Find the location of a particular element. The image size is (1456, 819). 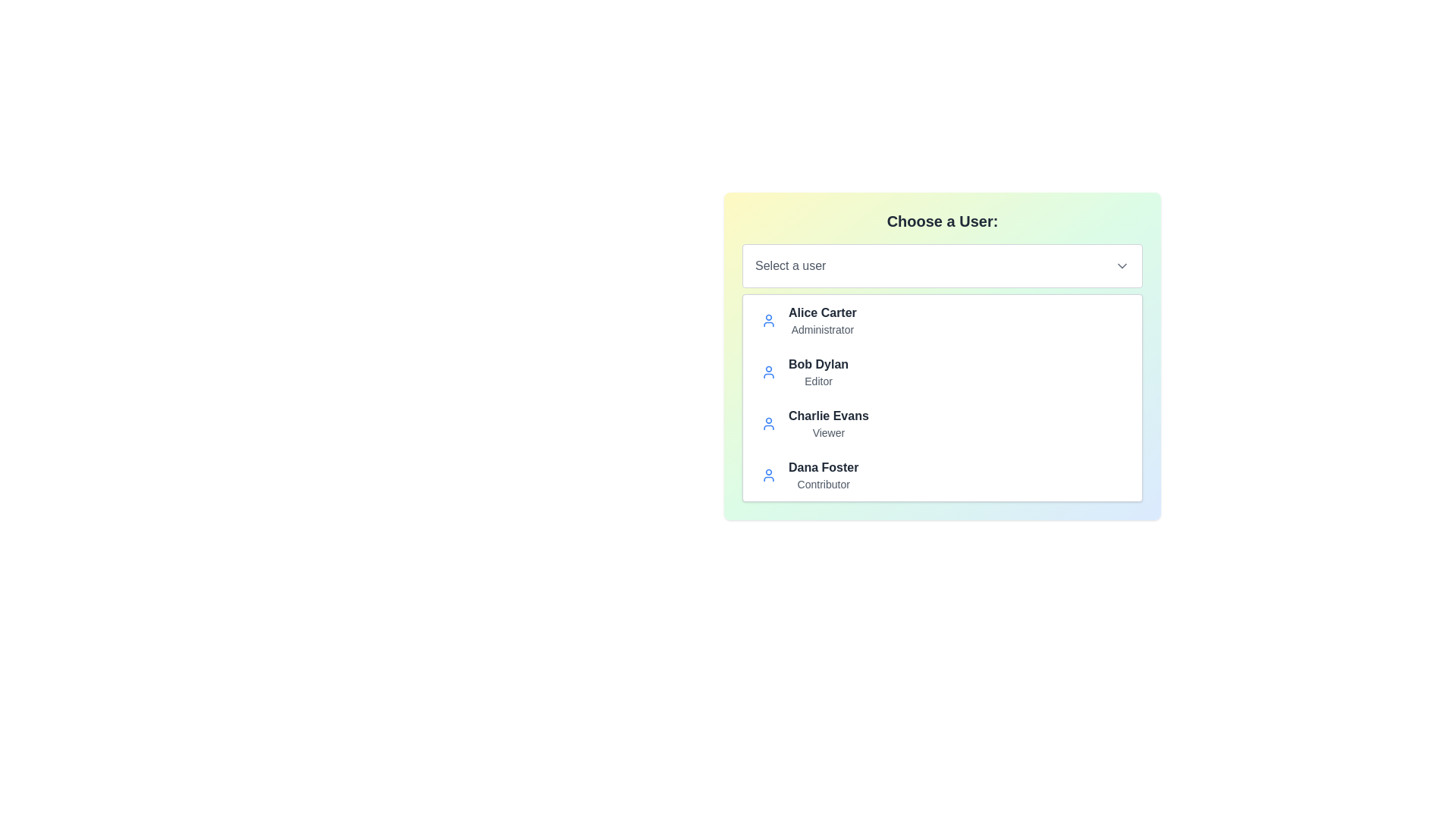

the leading icon for user 'Alice Carter' in the user selection dropdown, which is located to the left of the text 'Alice Carter' and 'Administrator.' is located at coordinates (768, 320).